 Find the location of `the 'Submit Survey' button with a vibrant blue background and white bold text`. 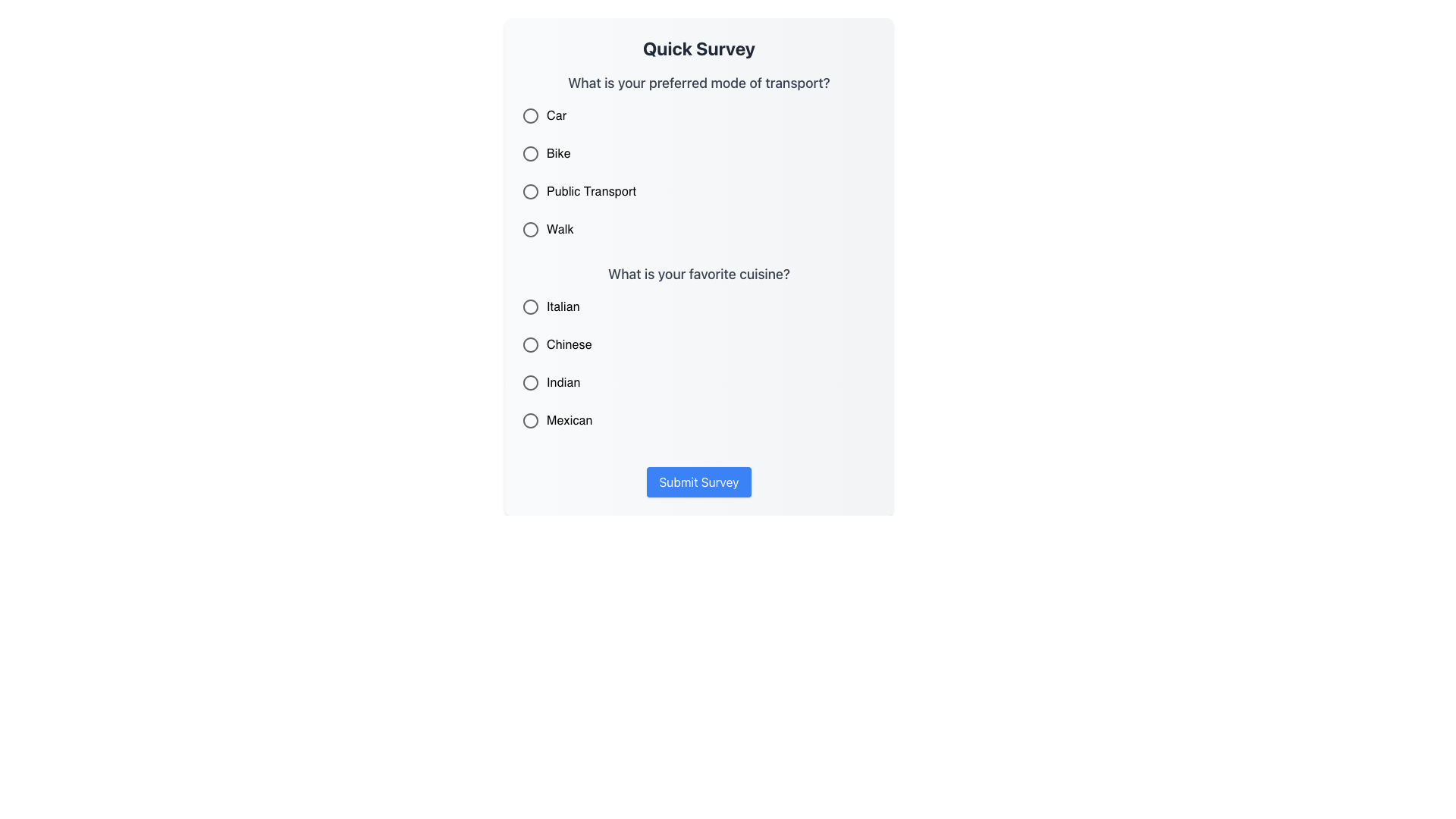

the 'Submit Survey' button with a vibrant blue background and white bold text is located at coordinates (698, 482).